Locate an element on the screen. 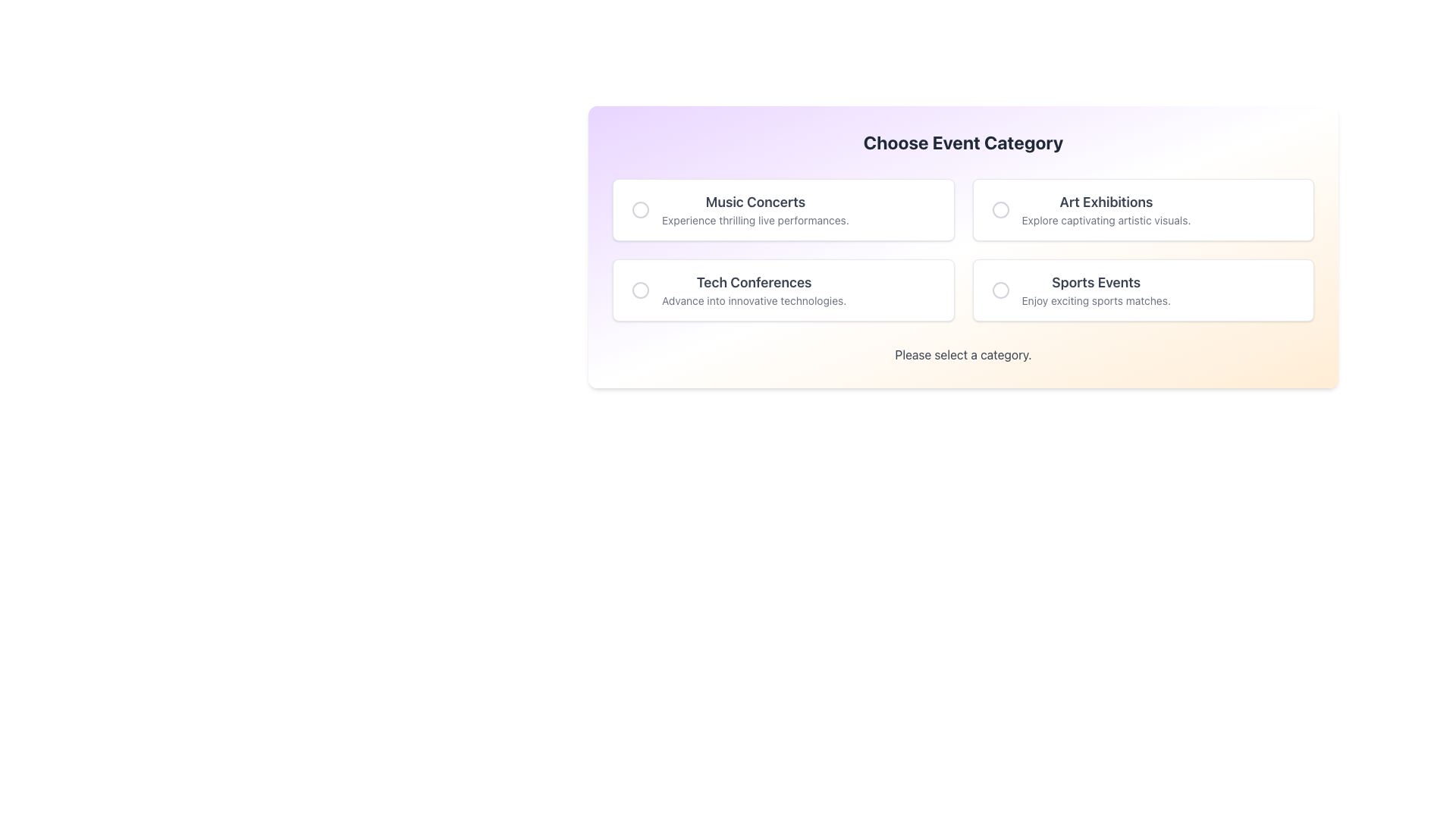 The width and height of the screenshot is (1456, 819). text label displaying the phrase 'Experience thrilling live performances.' located below the title 'Music Concerts' in the top-left card of the event category grid is located at coordinates (755, 220).